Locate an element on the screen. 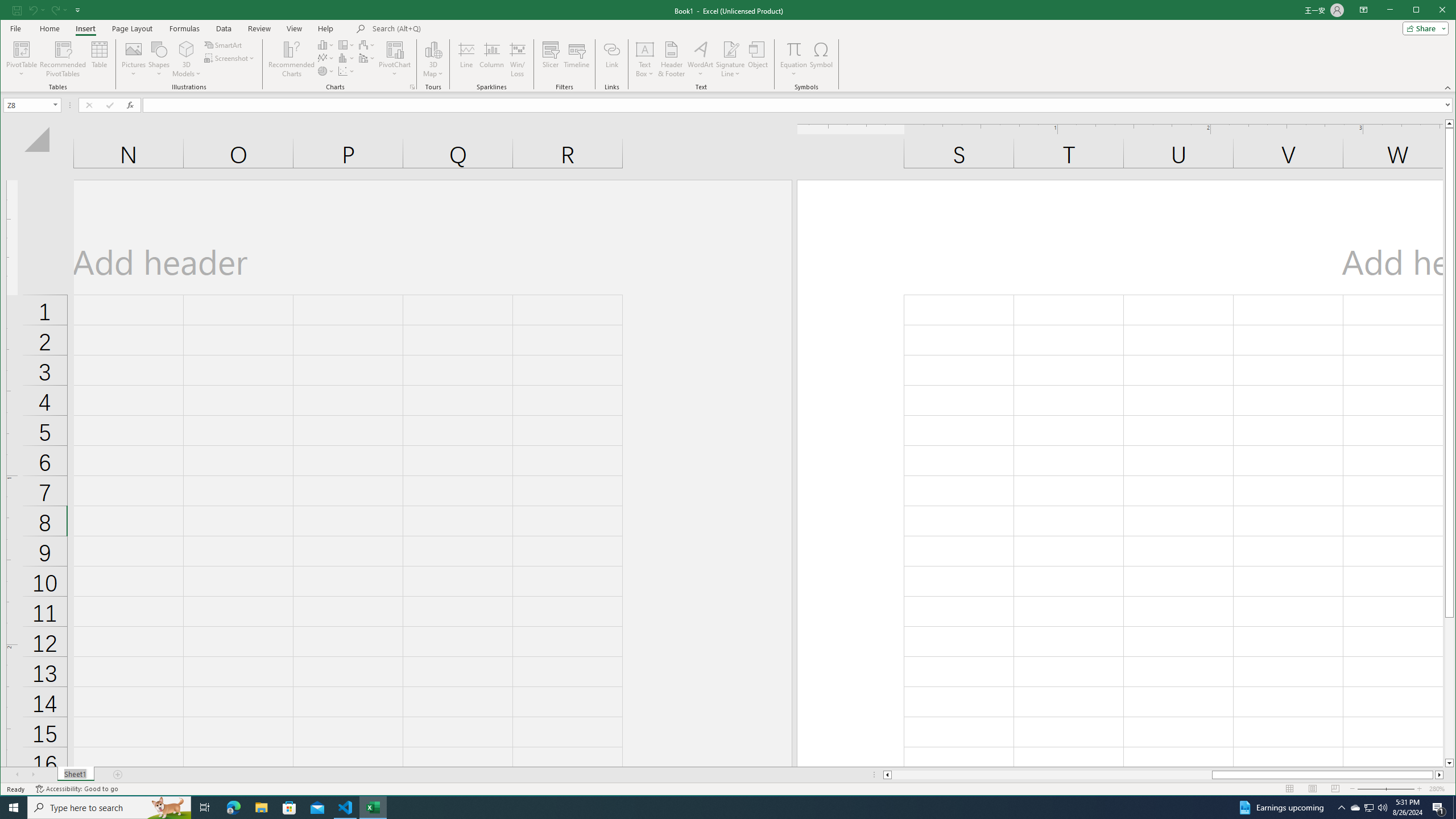 Image resolution: width=1456 pixels, height=819 pixels. 'Insert Column or Bar Chart' is located at coordinates (325, 44).